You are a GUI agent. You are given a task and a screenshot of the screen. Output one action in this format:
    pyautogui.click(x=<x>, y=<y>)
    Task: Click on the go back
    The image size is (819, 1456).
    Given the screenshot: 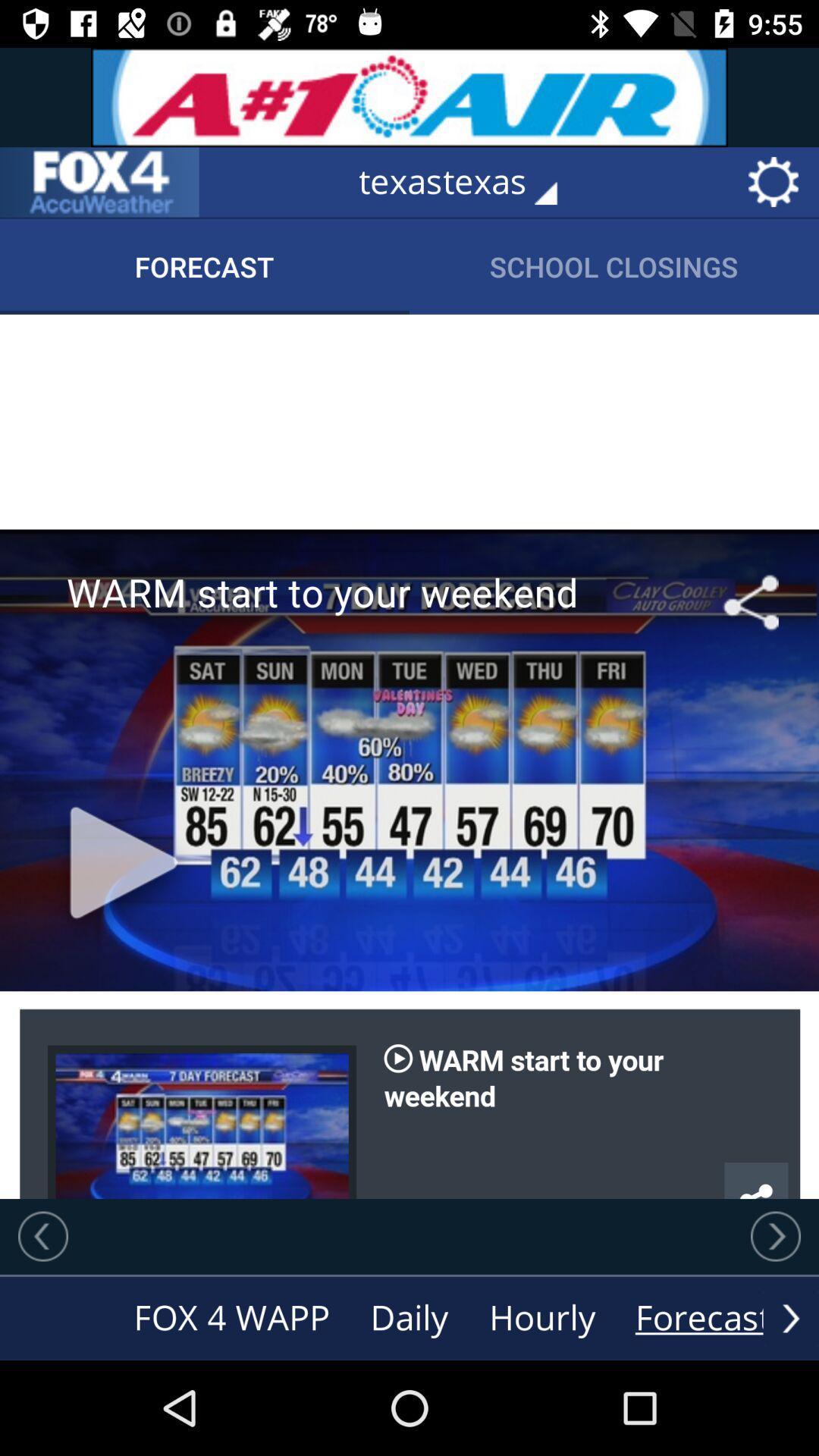 What is the action you would take?
    pyautogui.click(x=99, y=182)
    